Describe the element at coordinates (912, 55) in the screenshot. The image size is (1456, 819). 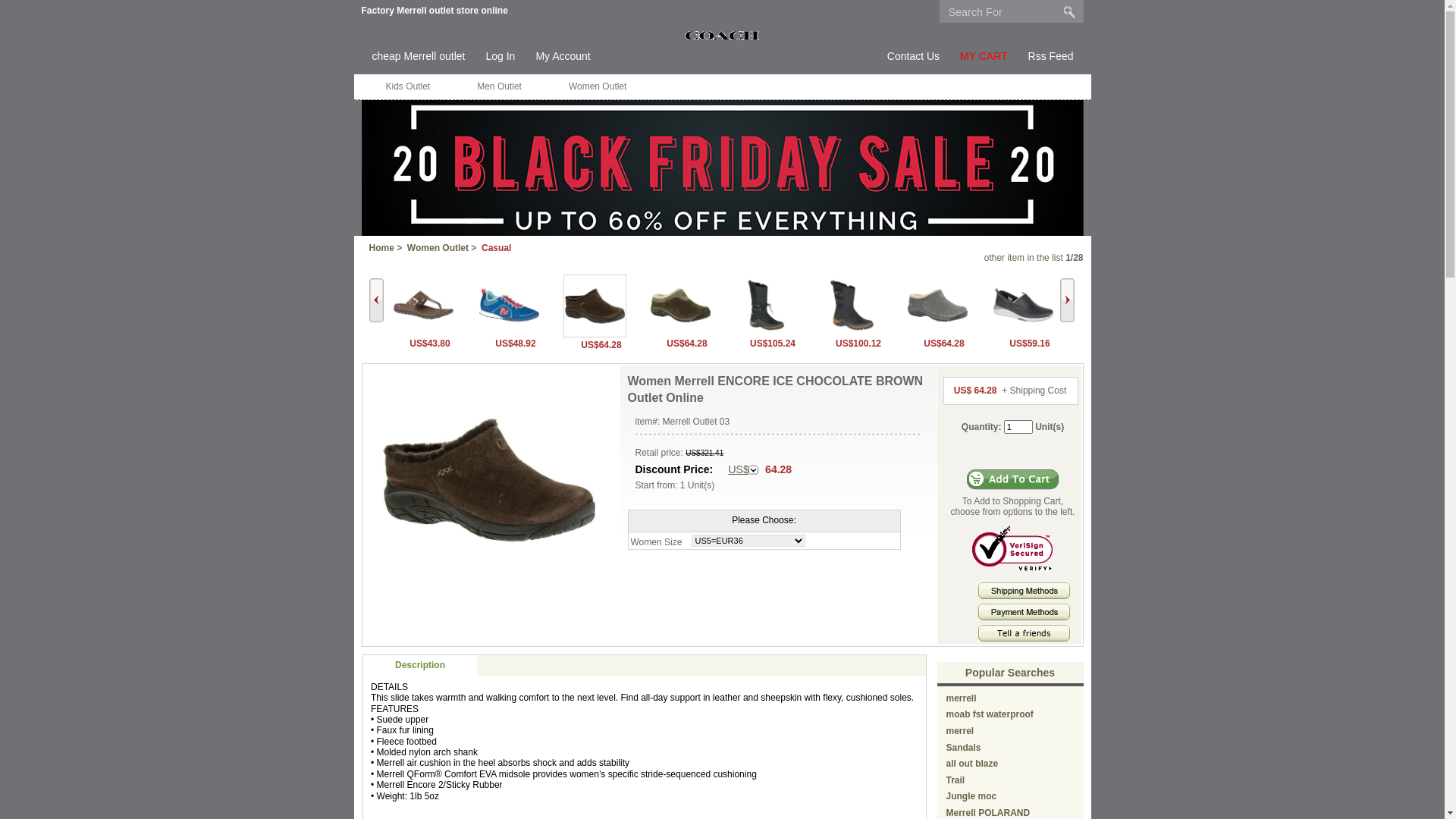
I see `'Contact Us'` at that location.